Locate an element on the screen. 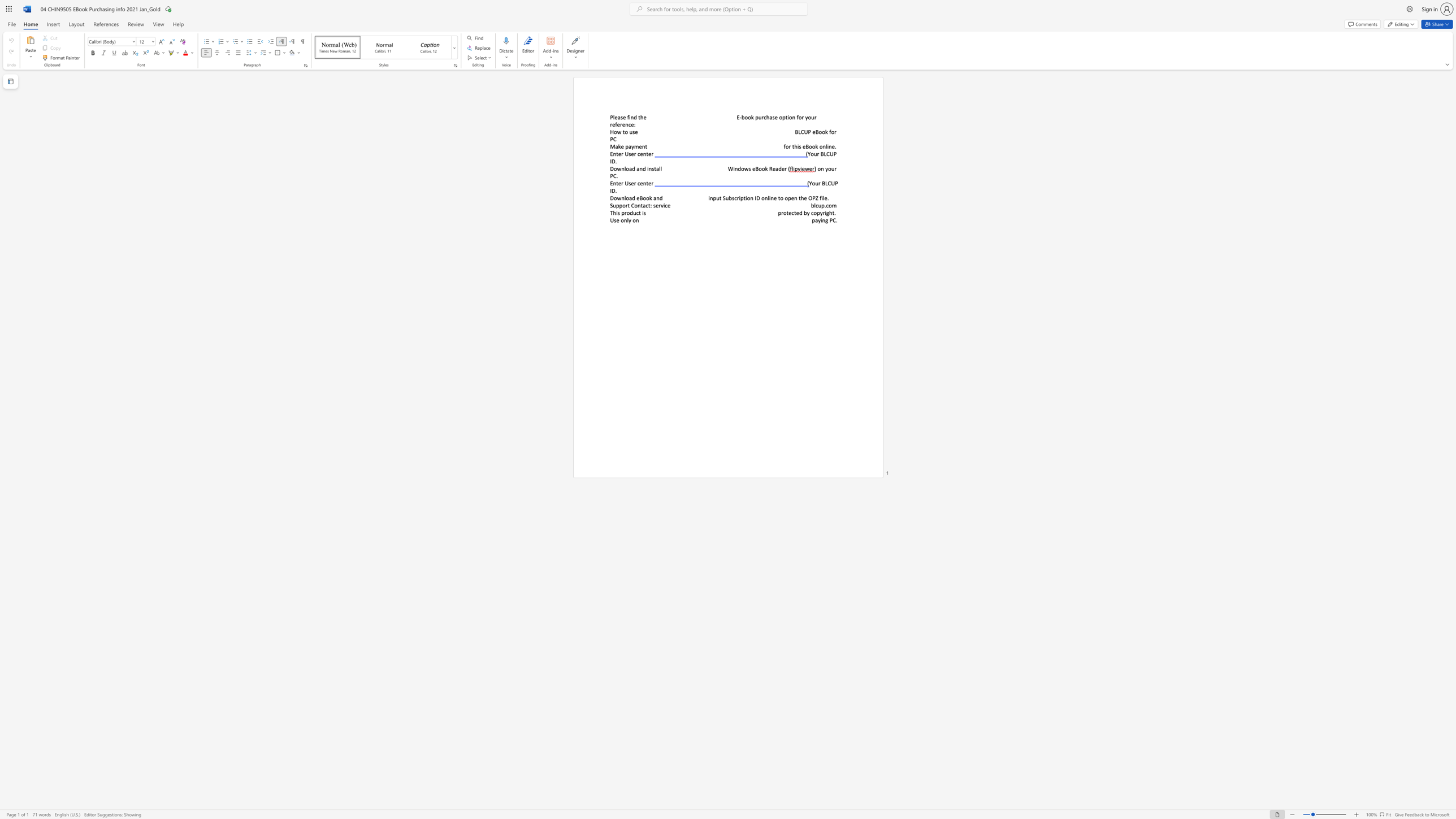 Image resolution: width=1456 pixels, height=819 pixels. the 1th character "n" in the text is located at coordinates (643, 146).